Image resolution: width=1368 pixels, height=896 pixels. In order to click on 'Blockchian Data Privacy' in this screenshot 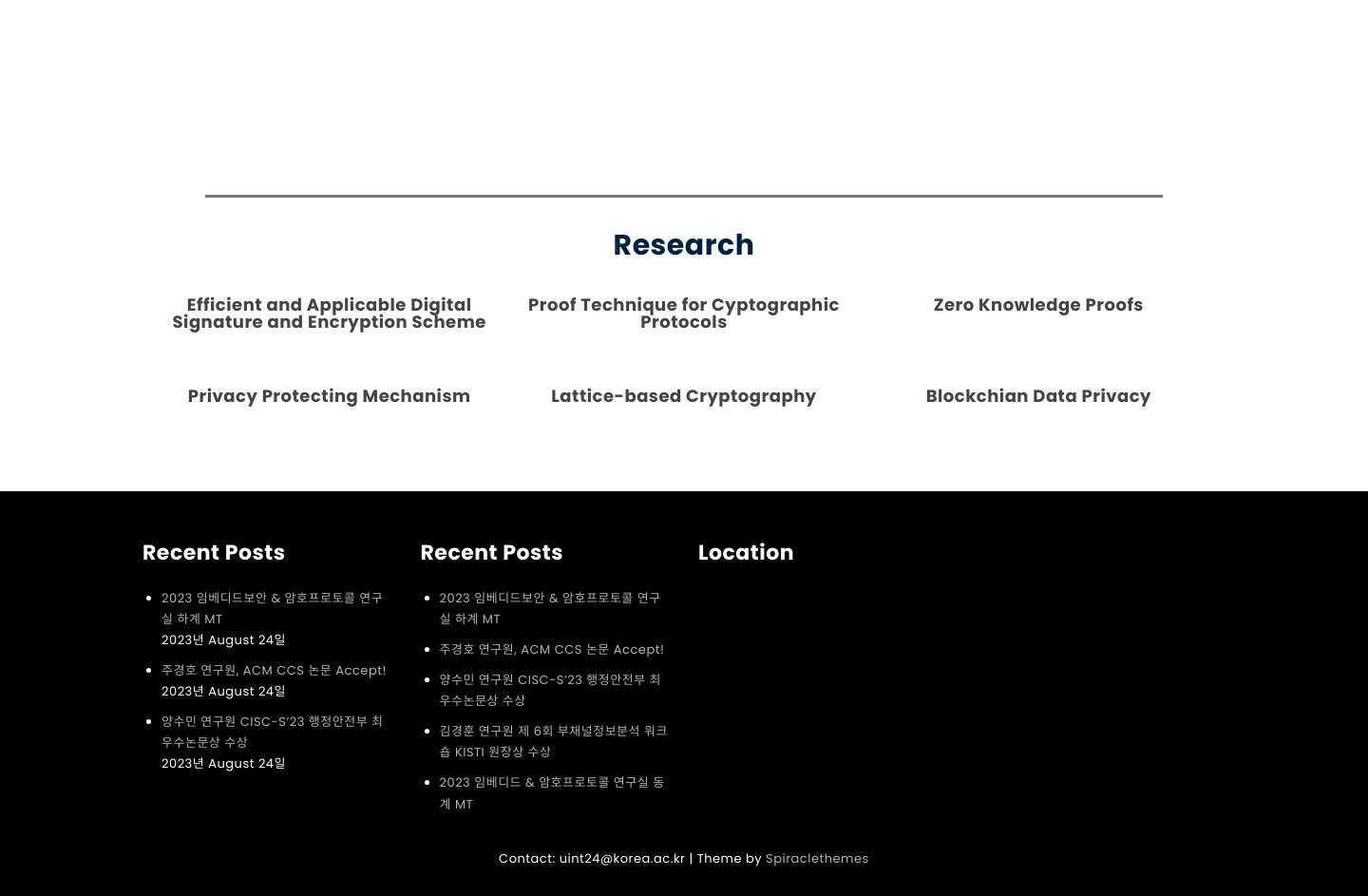, I will do `click(1036, 394)`.